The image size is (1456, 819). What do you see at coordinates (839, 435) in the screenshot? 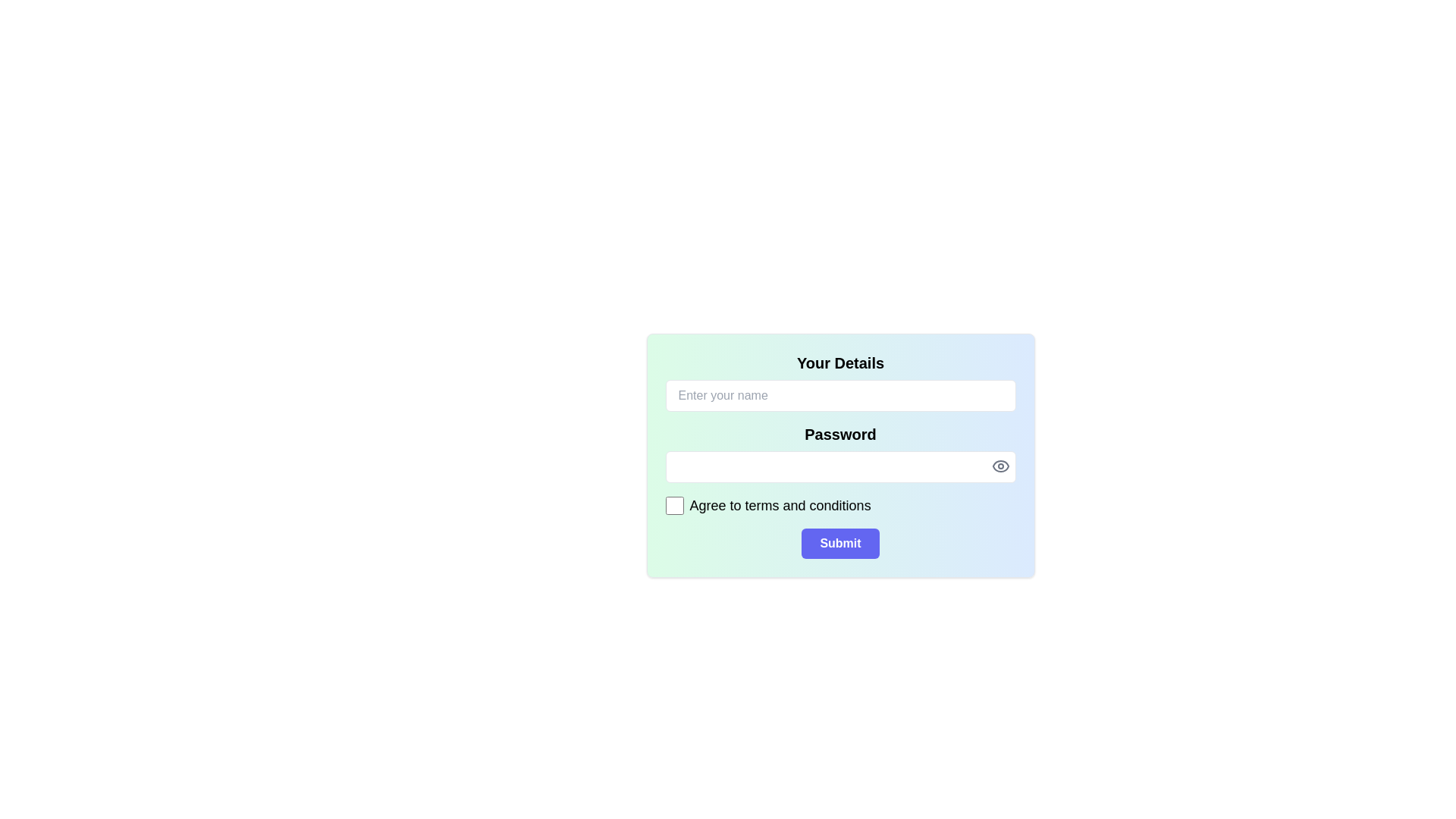
I see `the 'Password' label text element, which is styled in bold and larger font, located above the input field in the form layout` at bounding box center [839, 435].